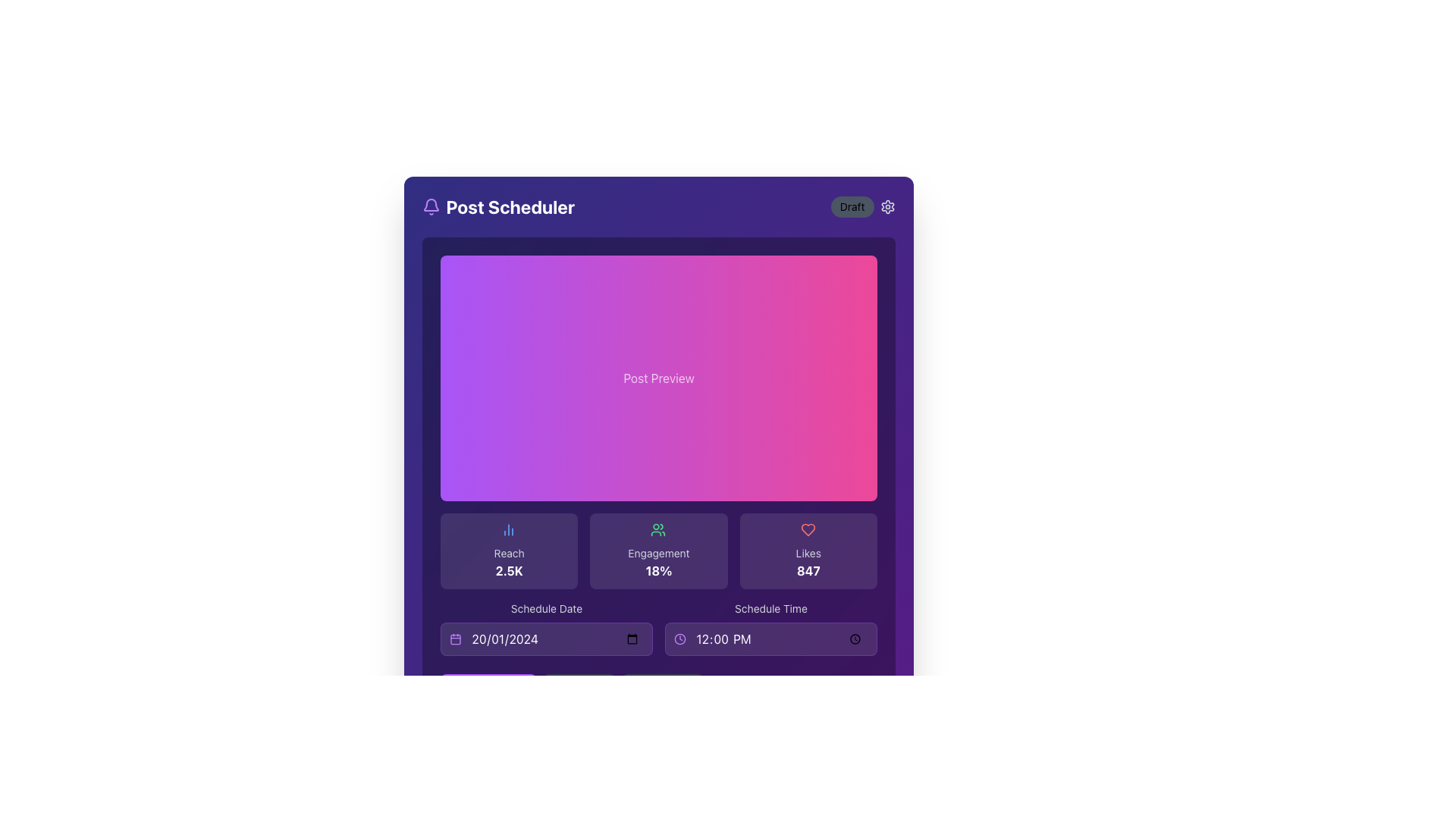 The height and width of the screenshot is (819, 1456). I want to click on the Text Display element that shows the count of likes, located within the 'Likes' card, positioned below the heart icon and 'Likes' label, so click(807, 570).